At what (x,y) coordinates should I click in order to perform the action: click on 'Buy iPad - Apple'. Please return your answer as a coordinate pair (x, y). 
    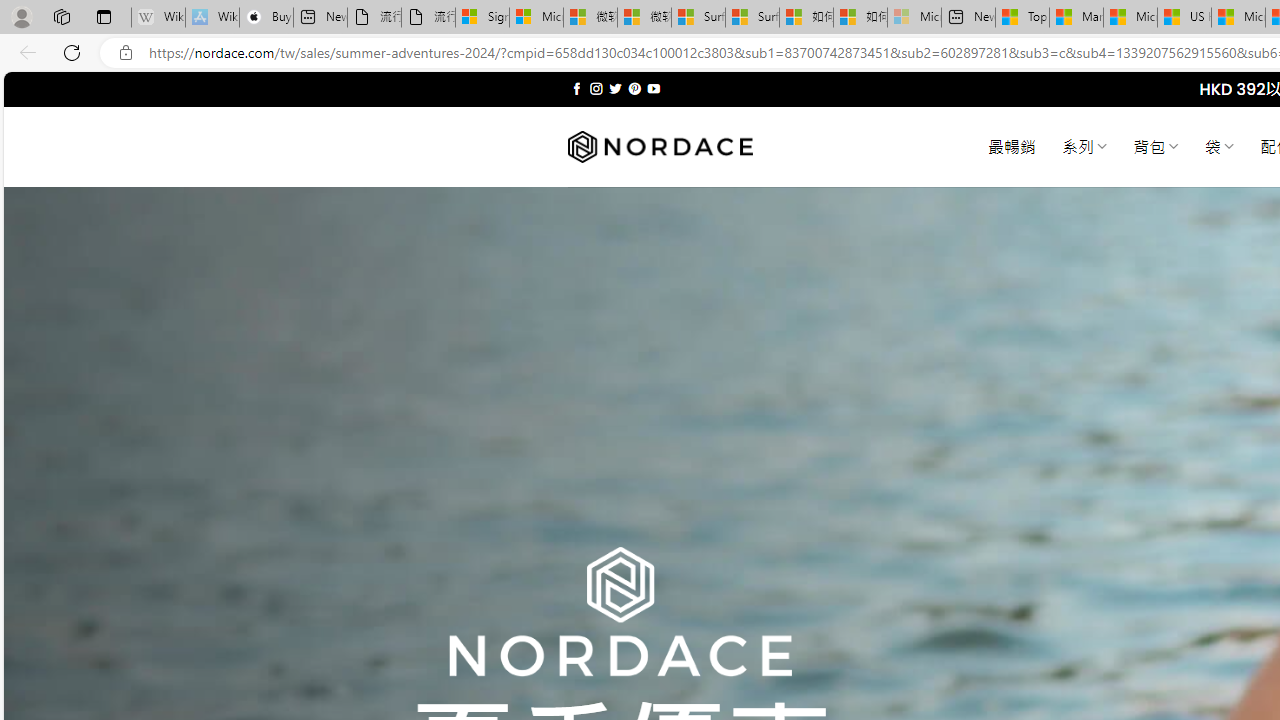
    Looking at the image, I should click on (265, 17).